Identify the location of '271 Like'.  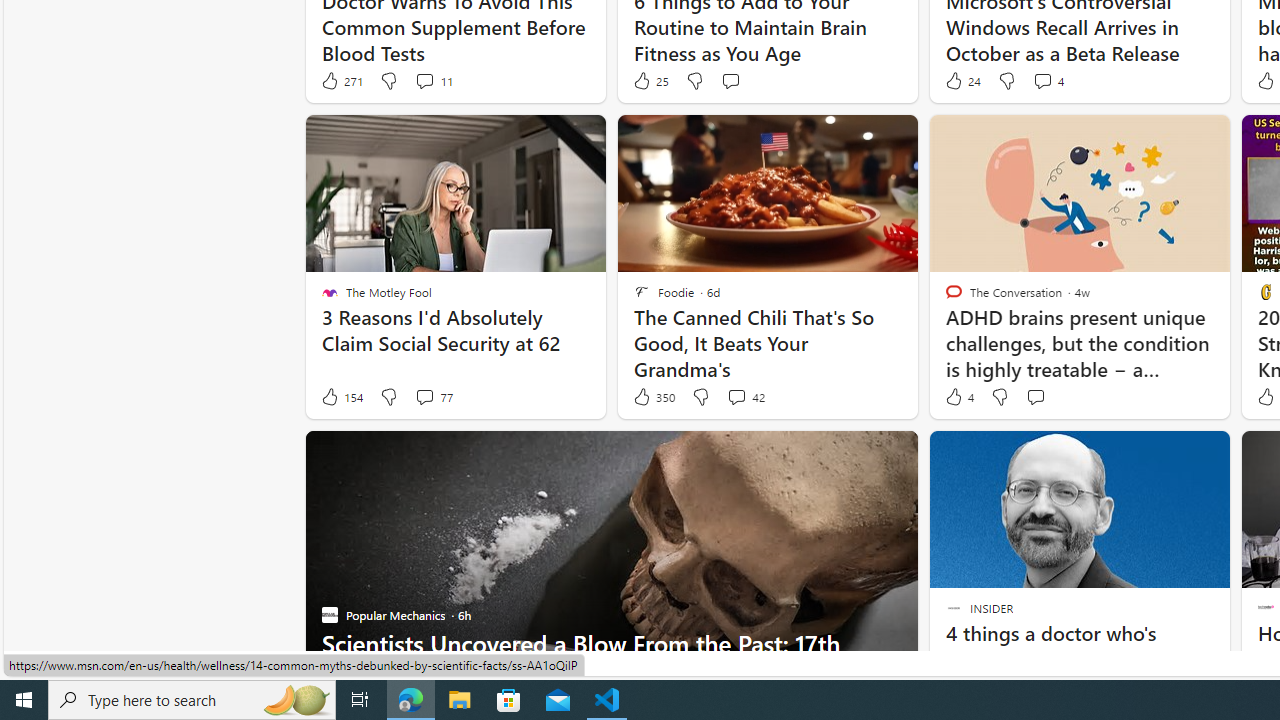
(341, 80).